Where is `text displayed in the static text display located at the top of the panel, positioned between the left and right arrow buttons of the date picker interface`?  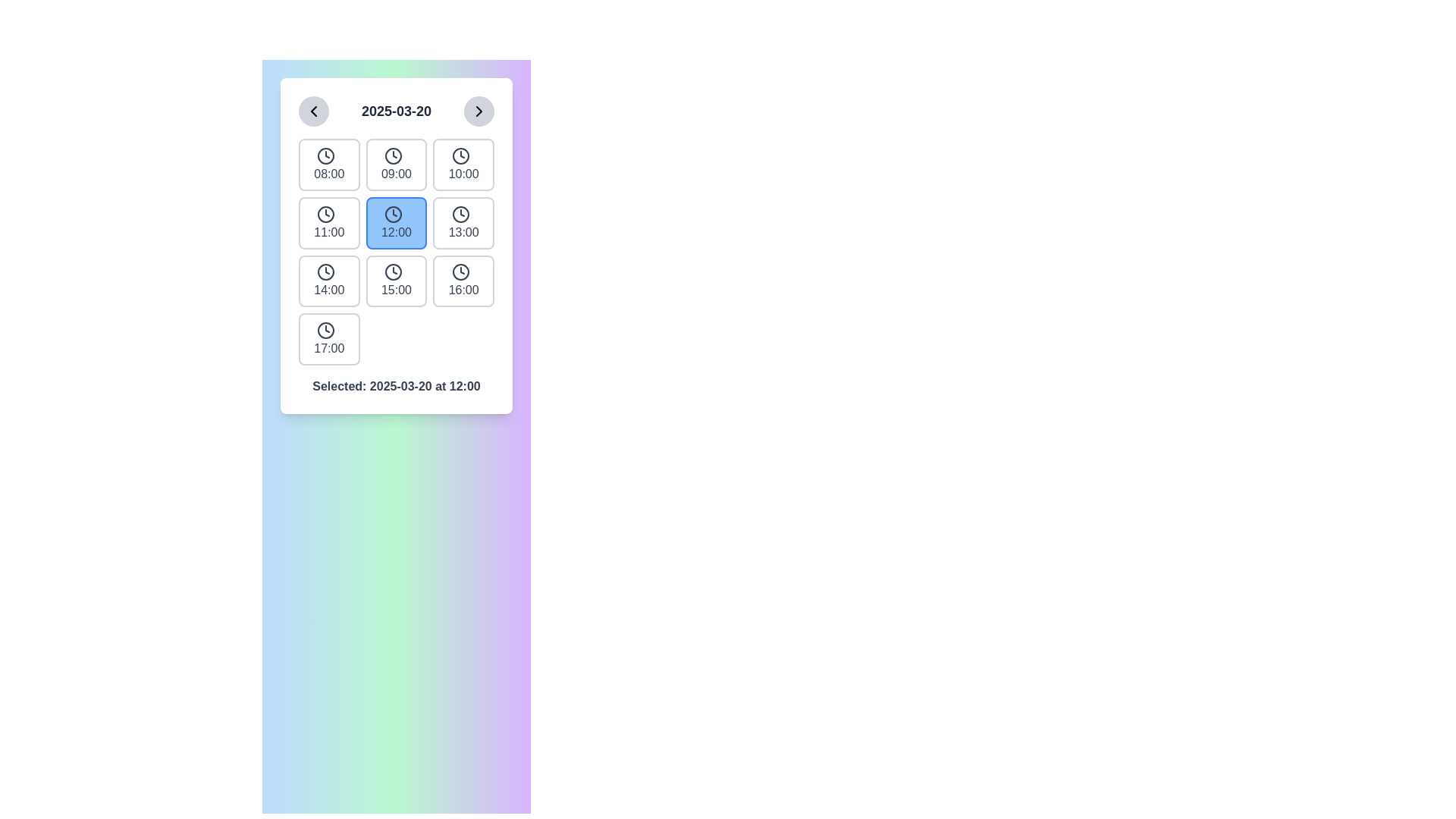 text displayed in the static text display located at the top of the panel, positioned between the left and right arrow buttons of the date picker interface is located at coordinates (397, 110).